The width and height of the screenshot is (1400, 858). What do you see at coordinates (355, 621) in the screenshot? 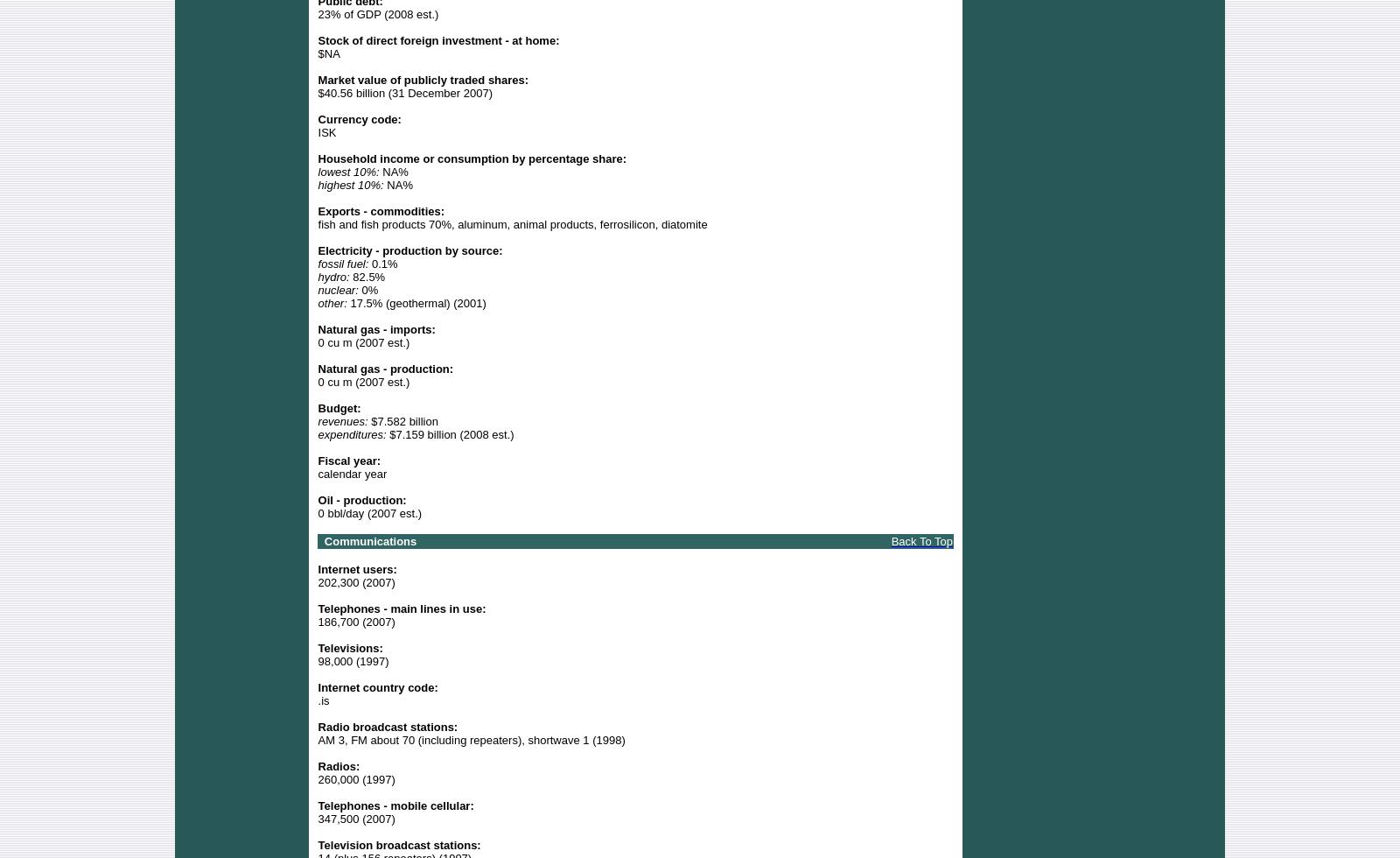
I see `'186,700 (2007)'` at bounding box center [355, 621].